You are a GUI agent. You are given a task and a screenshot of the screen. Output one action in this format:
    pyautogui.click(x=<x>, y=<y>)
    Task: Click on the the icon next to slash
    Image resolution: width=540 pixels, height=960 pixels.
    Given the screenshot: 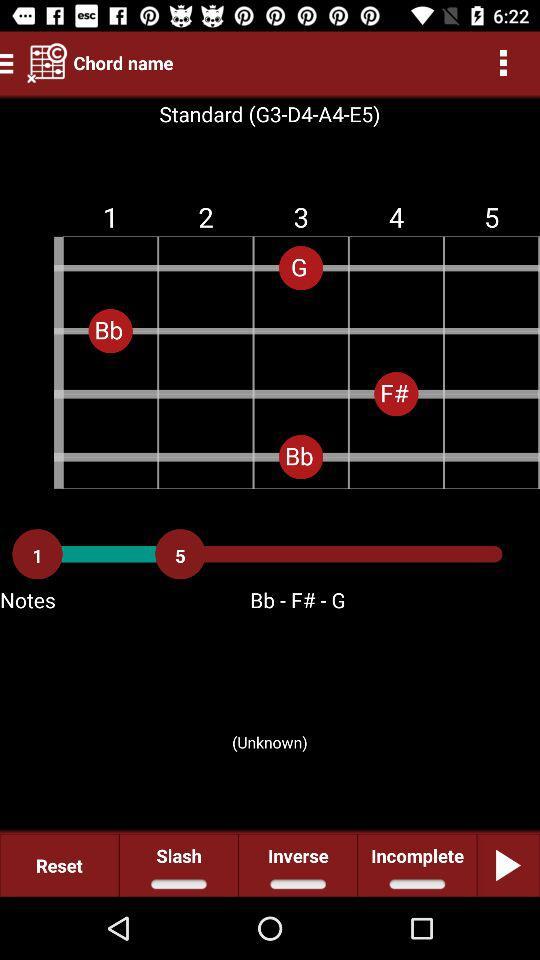 What is the action you would take?
    pyautogui.click(x=297, y=864)
    